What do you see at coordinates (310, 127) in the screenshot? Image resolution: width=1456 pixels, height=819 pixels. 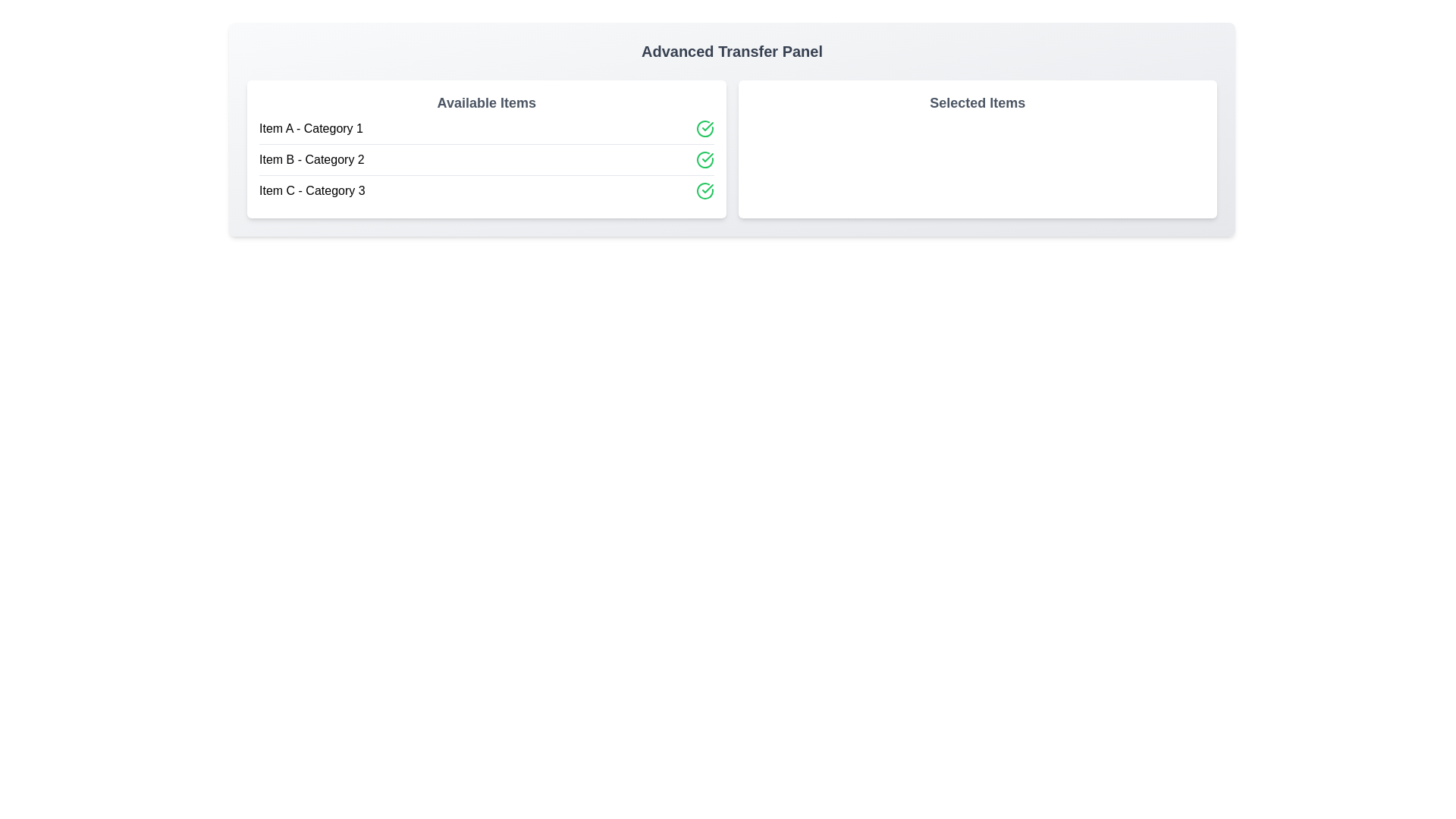 I see `text from the text label displaying 'Item A - Category 1', which is the first entry in the 'Available Items' list` at bounding box center [310, 127].